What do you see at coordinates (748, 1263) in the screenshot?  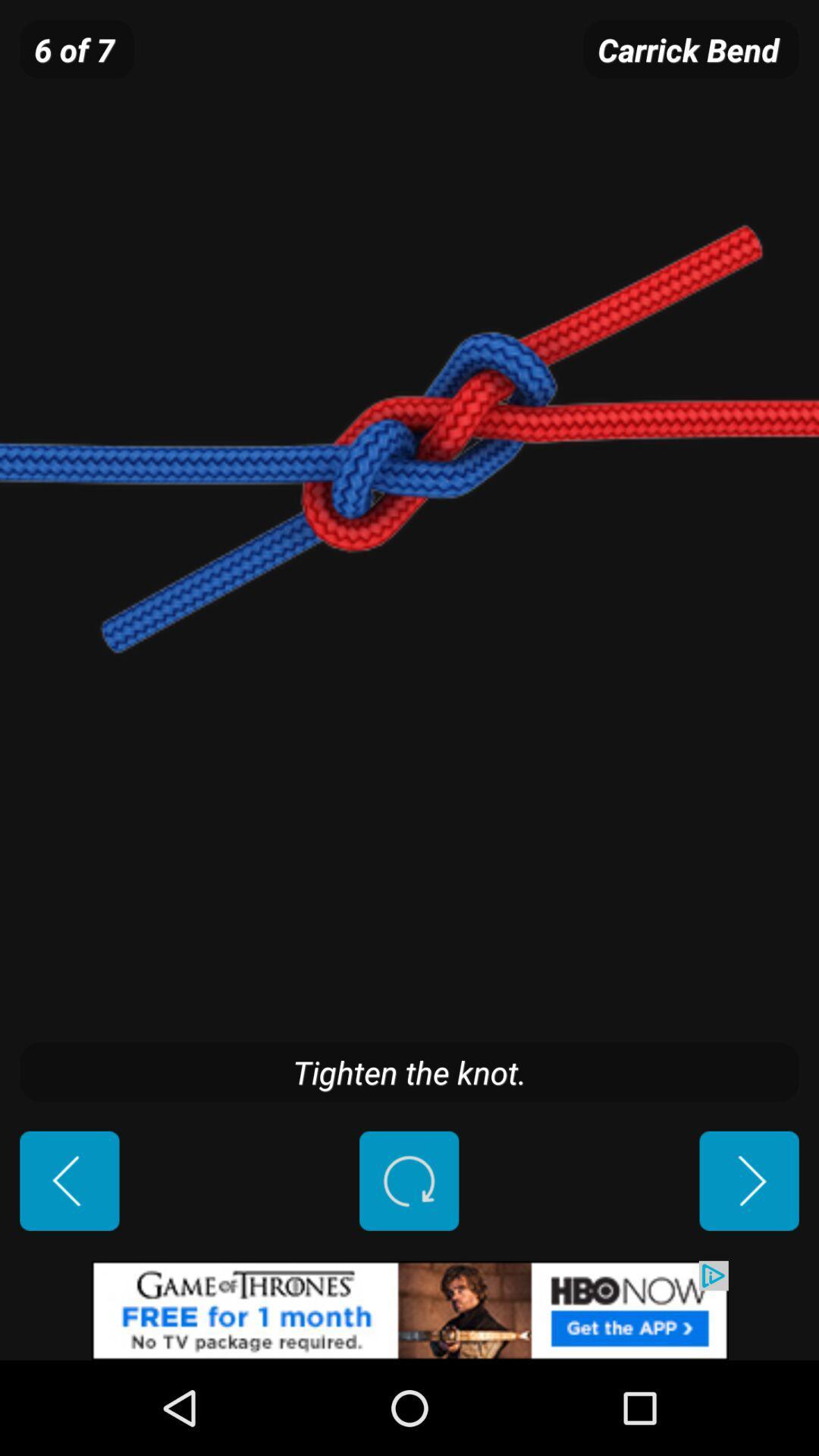 I see `the arrow_forward icon` at bounding box center [748, 1263].